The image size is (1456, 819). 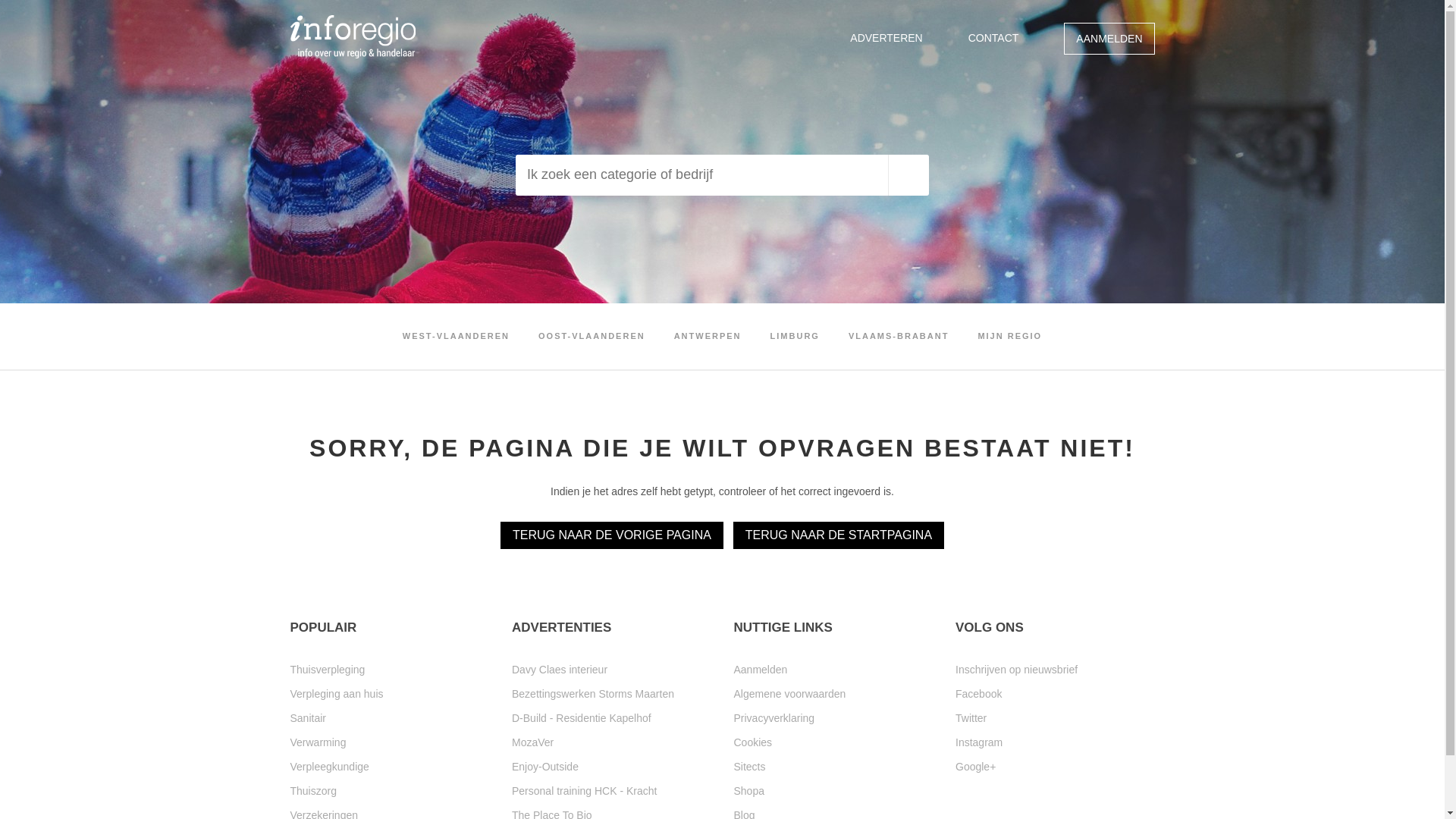 What do you see at coordinates (847, 335) in the screenshot?
I see `'VLAAMS-BRABANT'` at bounding box center [847, 335].